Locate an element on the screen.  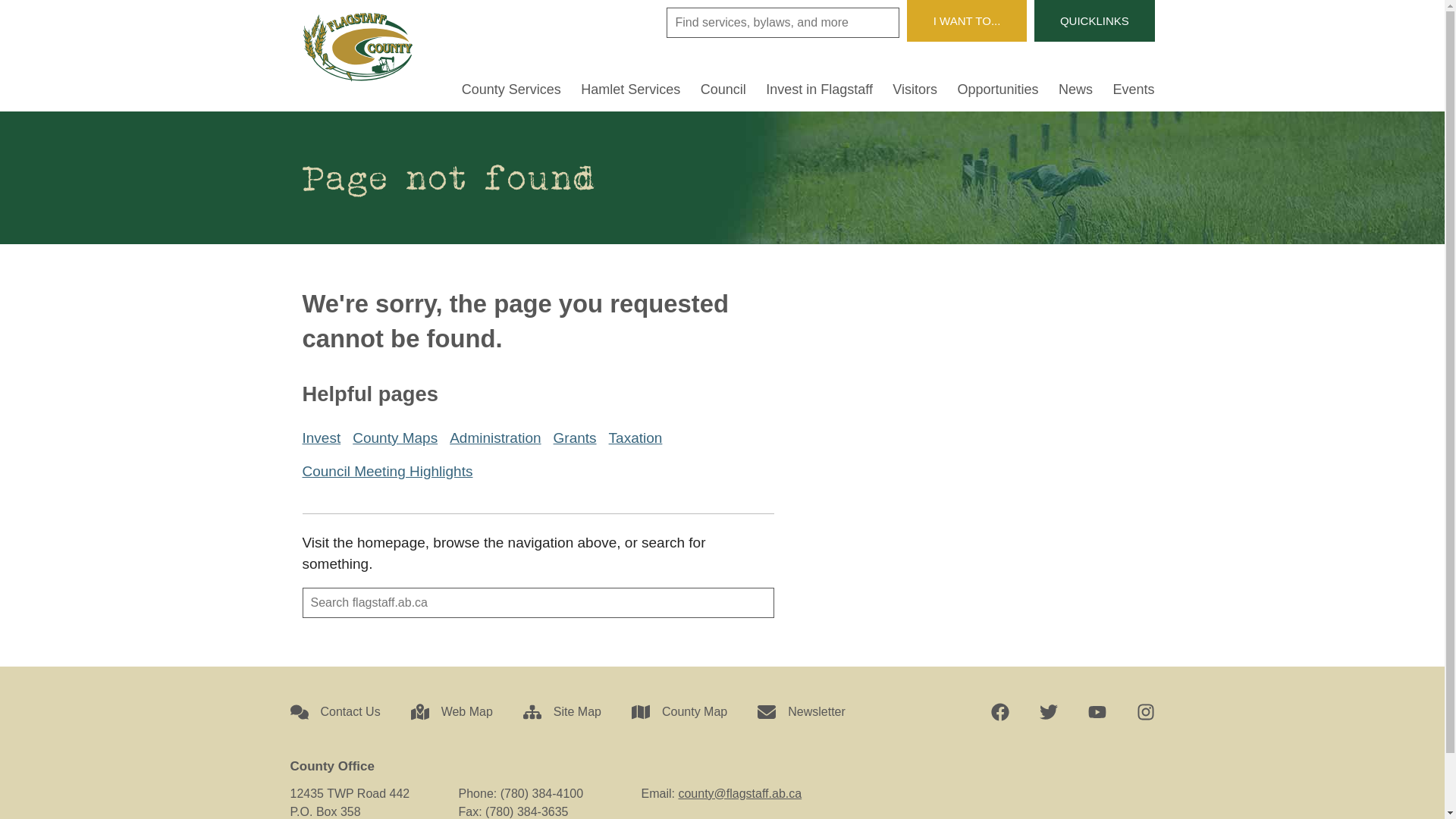
'YouTube' is located at coordinates (1096, 711).